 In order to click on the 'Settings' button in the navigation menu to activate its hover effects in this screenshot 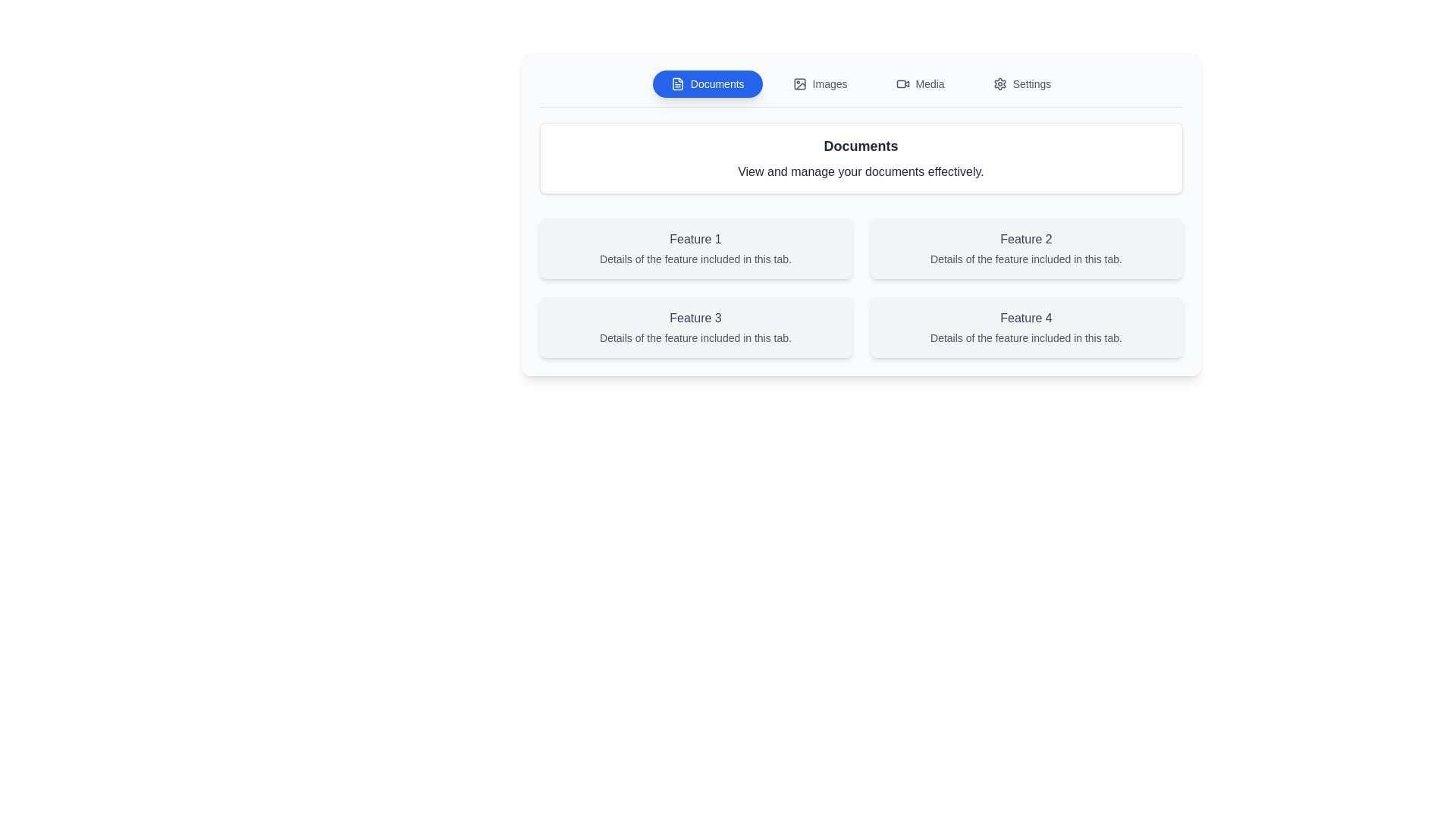, I will do `click(1022, 84)`.